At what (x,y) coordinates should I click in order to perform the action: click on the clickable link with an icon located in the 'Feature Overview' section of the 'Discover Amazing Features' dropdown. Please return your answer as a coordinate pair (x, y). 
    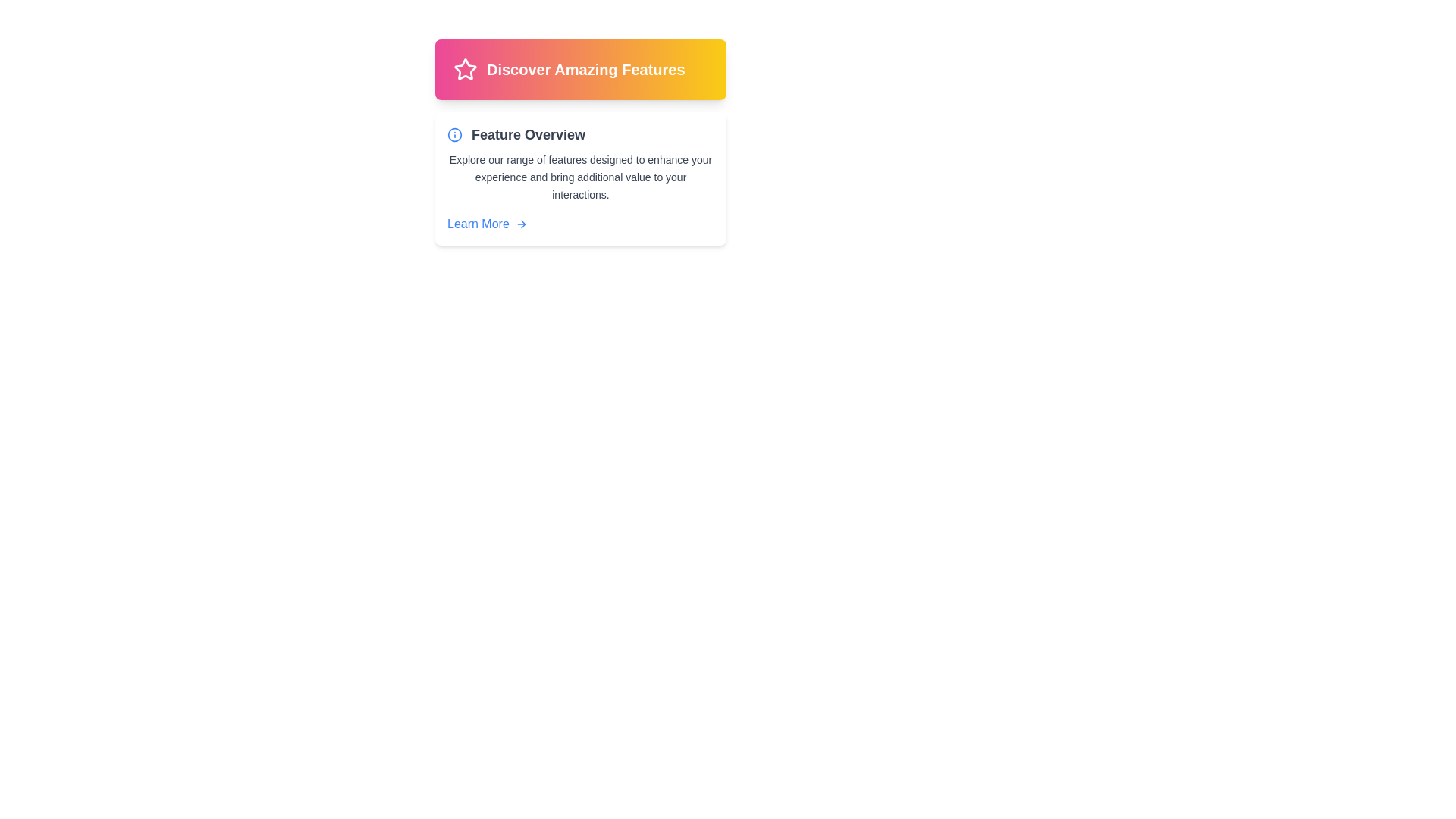
    Looking at the image, I should click on (487, 224).